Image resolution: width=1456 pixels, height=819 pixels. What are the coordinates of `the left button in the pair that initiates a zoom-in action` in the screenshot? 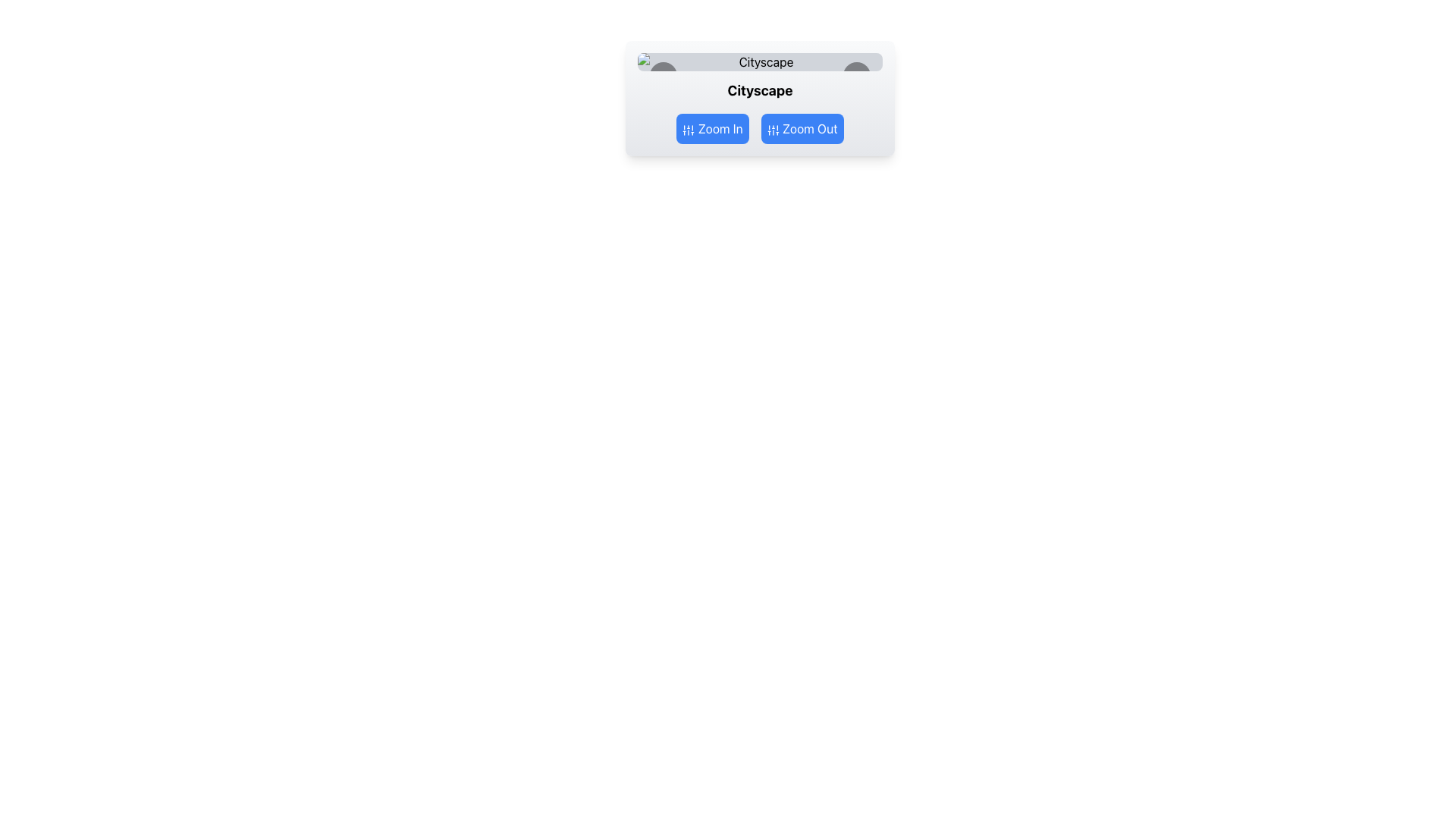 It's located at (712, 127).